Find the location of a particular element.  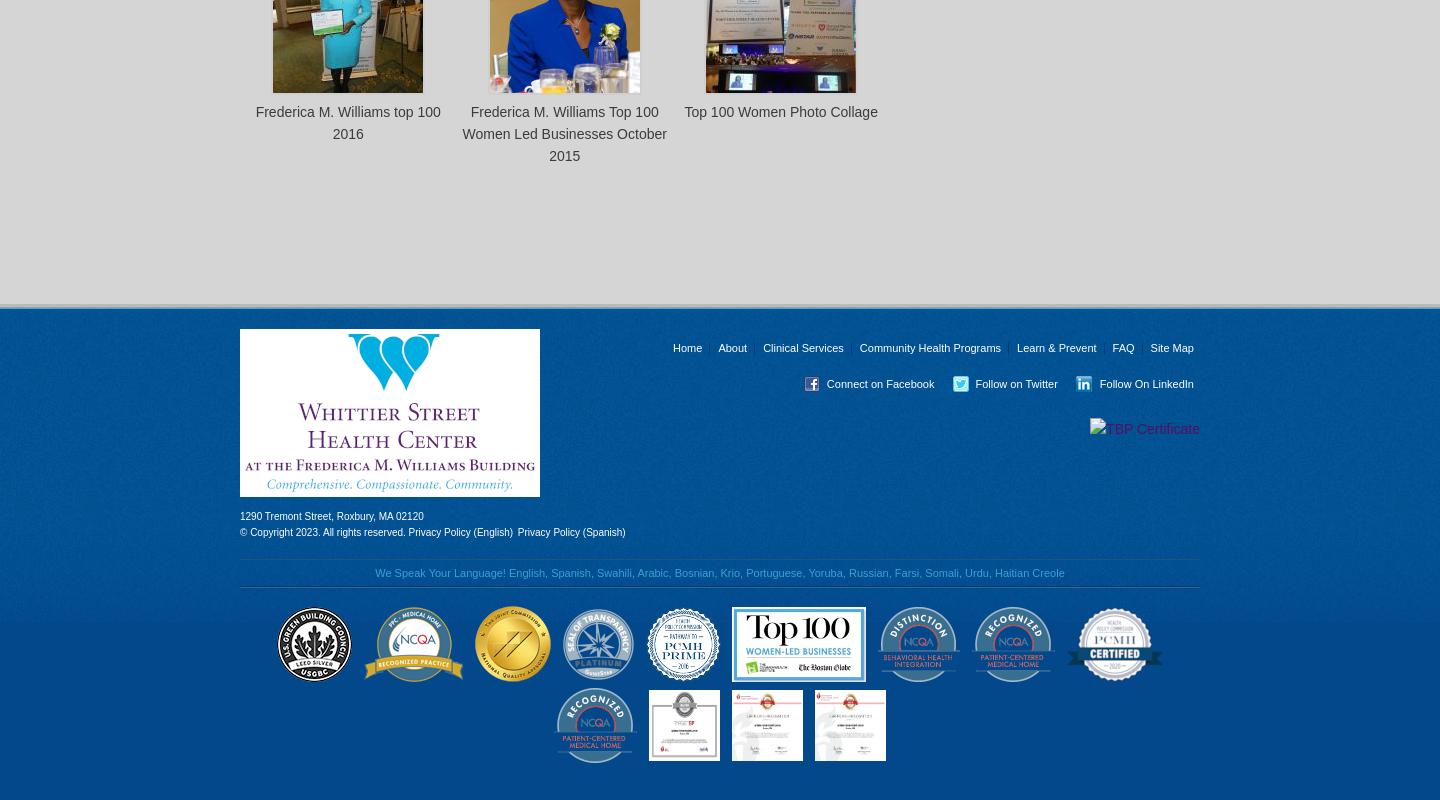

'Top 100 Women Photo Collage' is located at coordinates (779, 111).